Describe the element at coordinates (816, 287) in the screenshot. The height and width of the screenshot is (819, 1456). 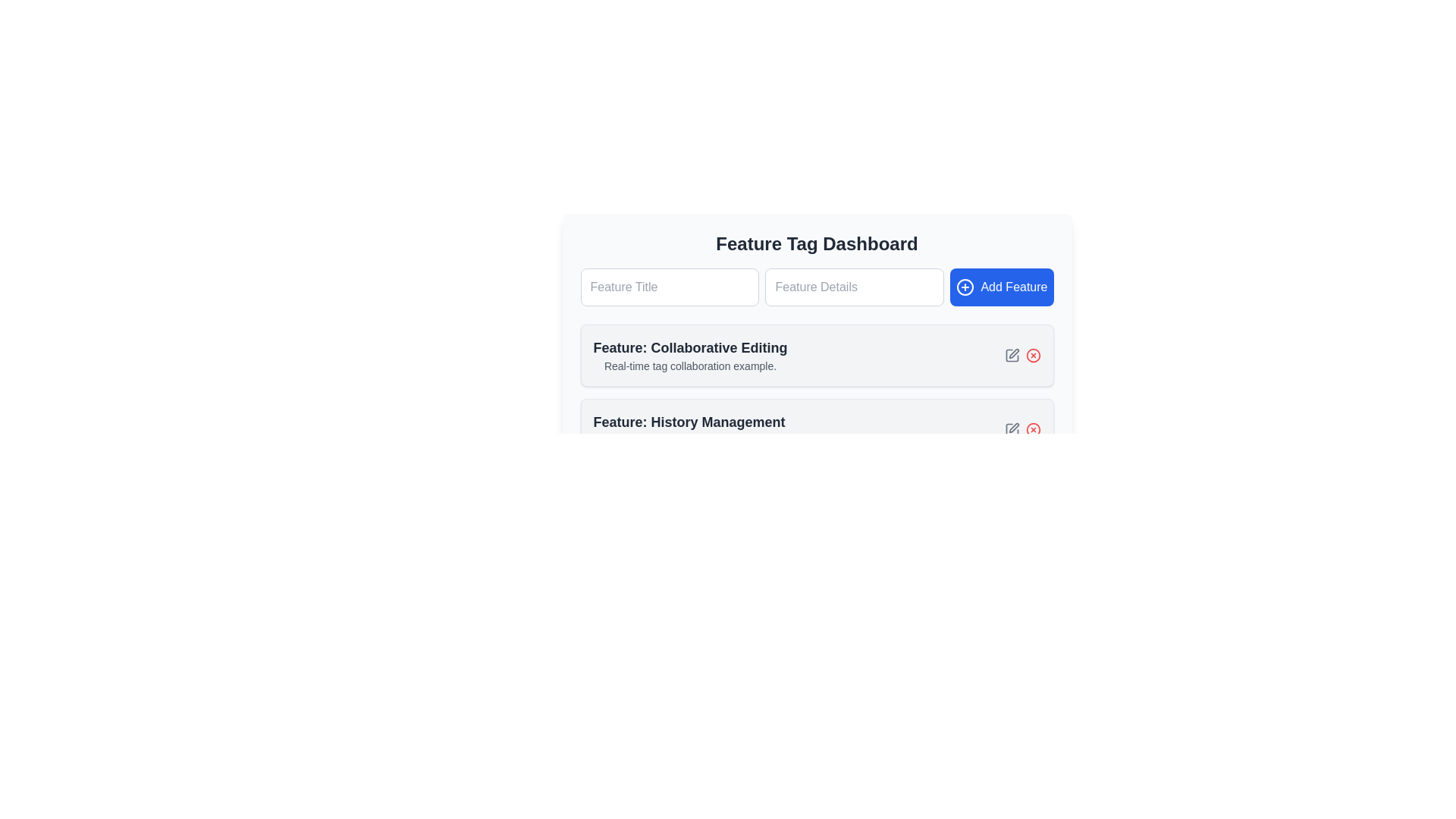
I see `the text input field with the placeholder 'Feature Details' located below the 'Feature Tag Dashboard' header` at that location.